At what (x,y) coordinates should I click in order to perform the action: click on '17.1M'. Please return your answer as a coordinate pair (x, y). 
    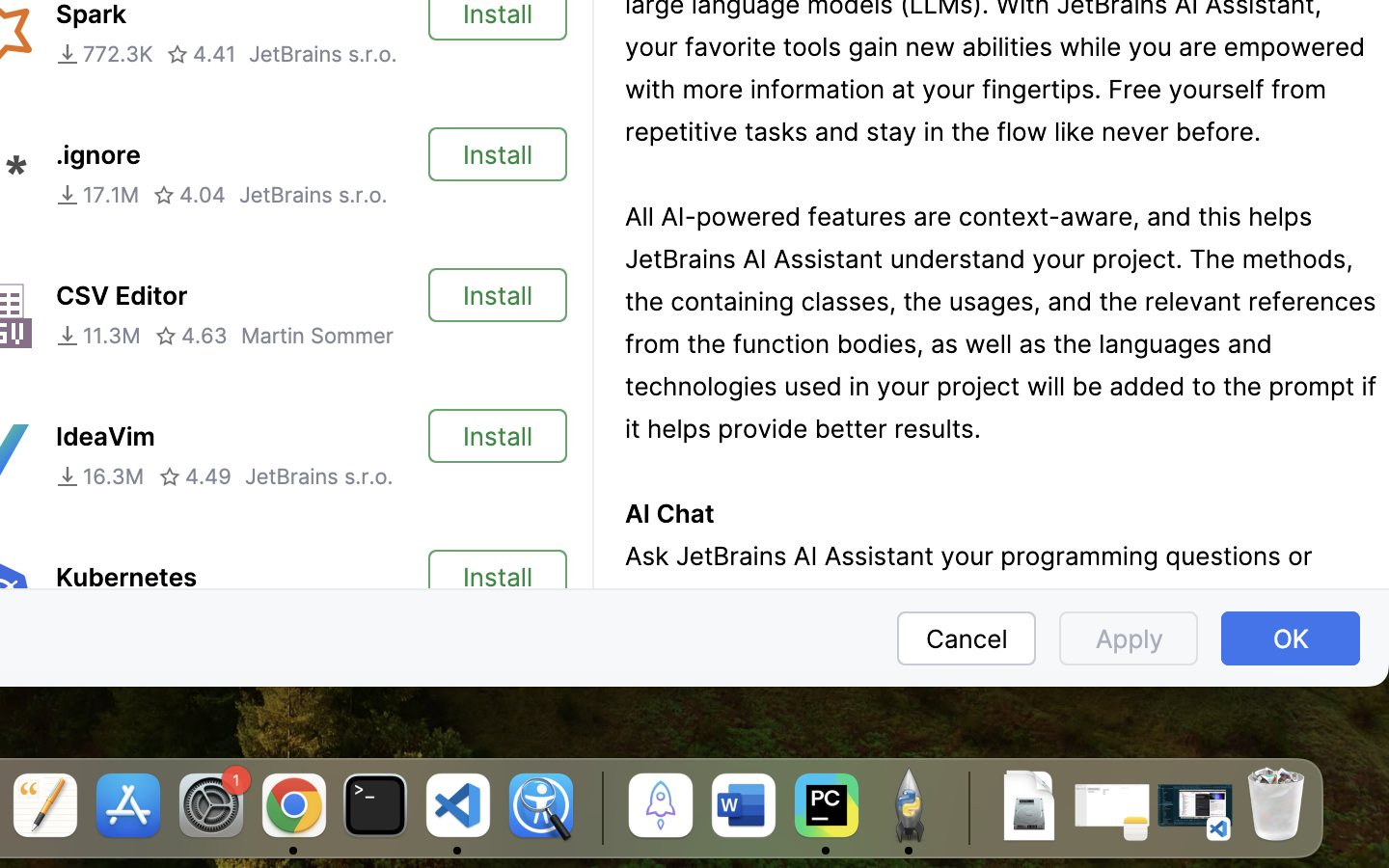
    Looking at the image, I should click on (96, 194).